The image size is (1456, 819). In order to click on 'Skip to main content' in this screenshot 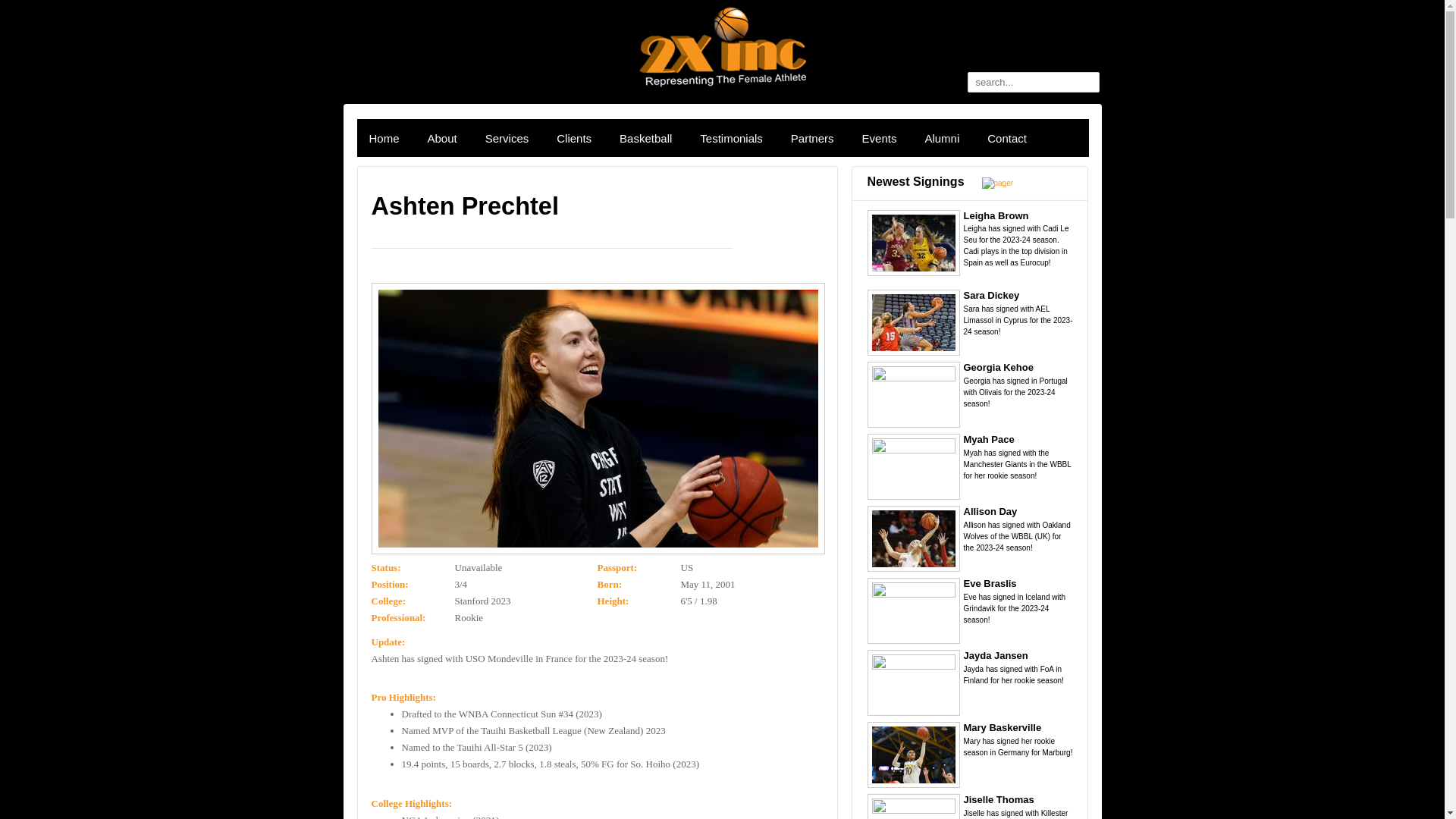, I will do `click(654, 0)`.